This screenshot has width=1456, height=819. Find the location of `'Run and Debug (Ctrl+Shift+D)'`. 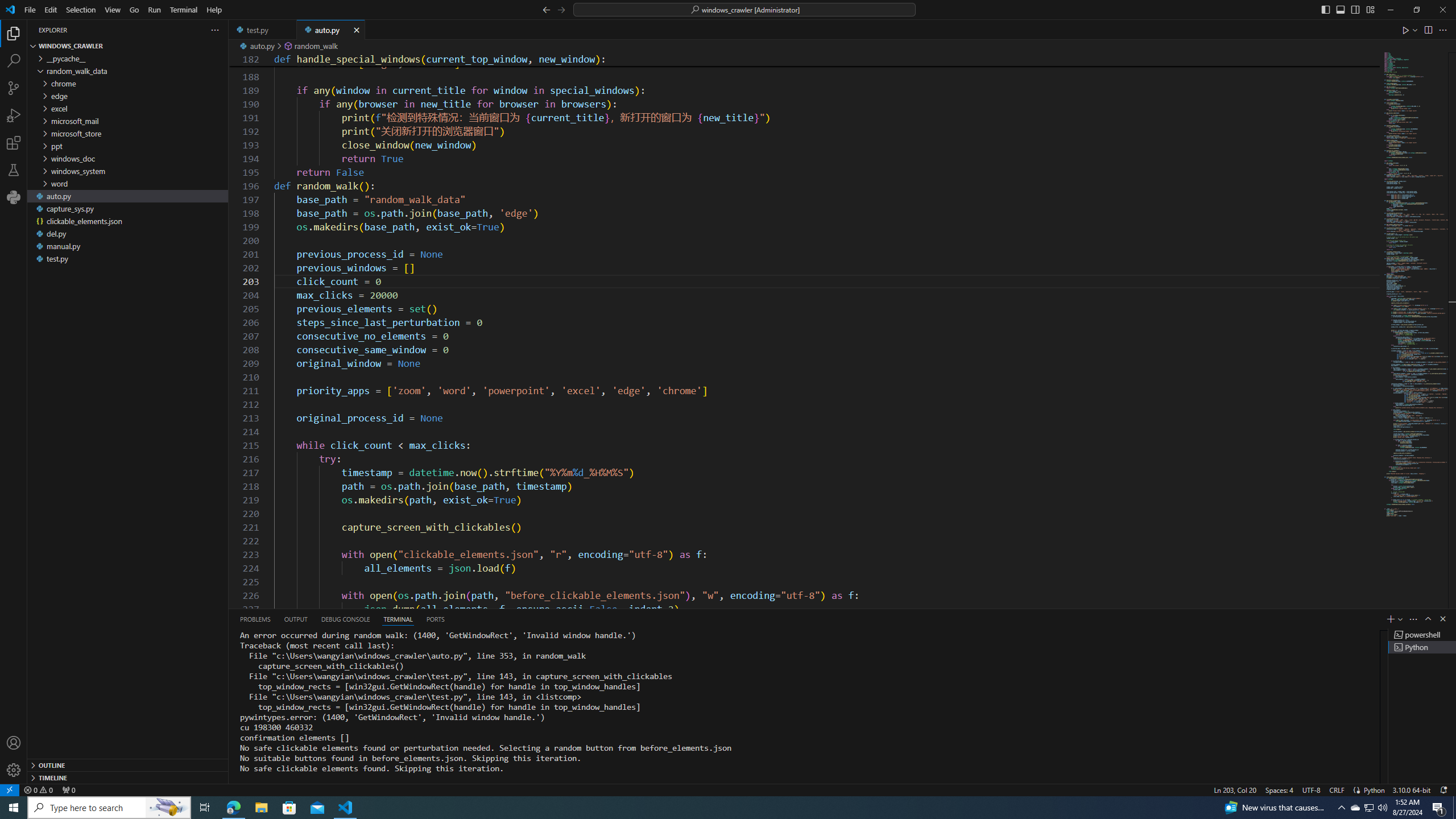

'Run and Debug (Ctrl+Shift+D)' is located at coordinates (14, 115).